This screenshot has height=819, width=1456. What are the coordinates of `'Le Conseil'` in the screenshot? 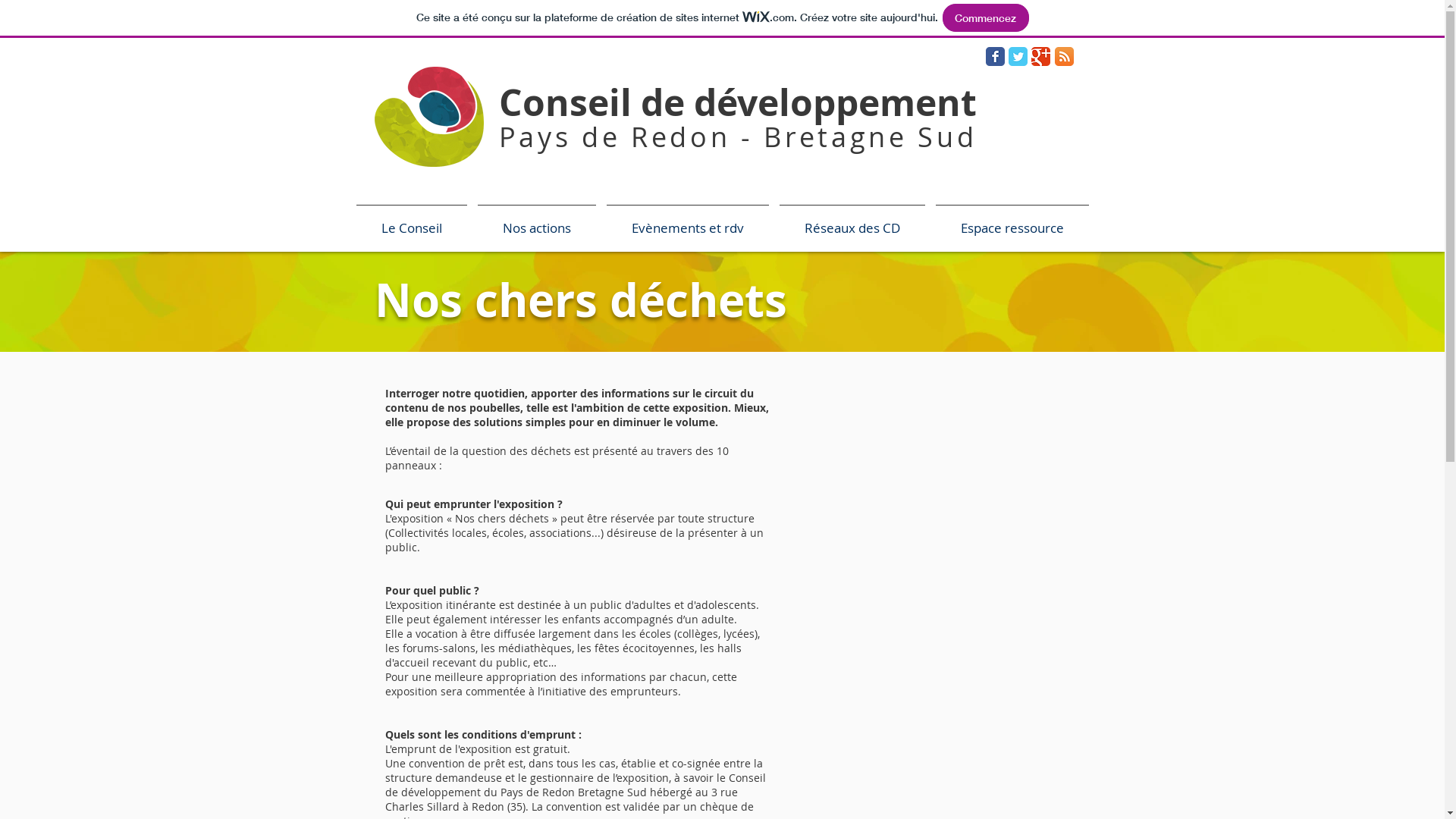 It's located at (411, 221).